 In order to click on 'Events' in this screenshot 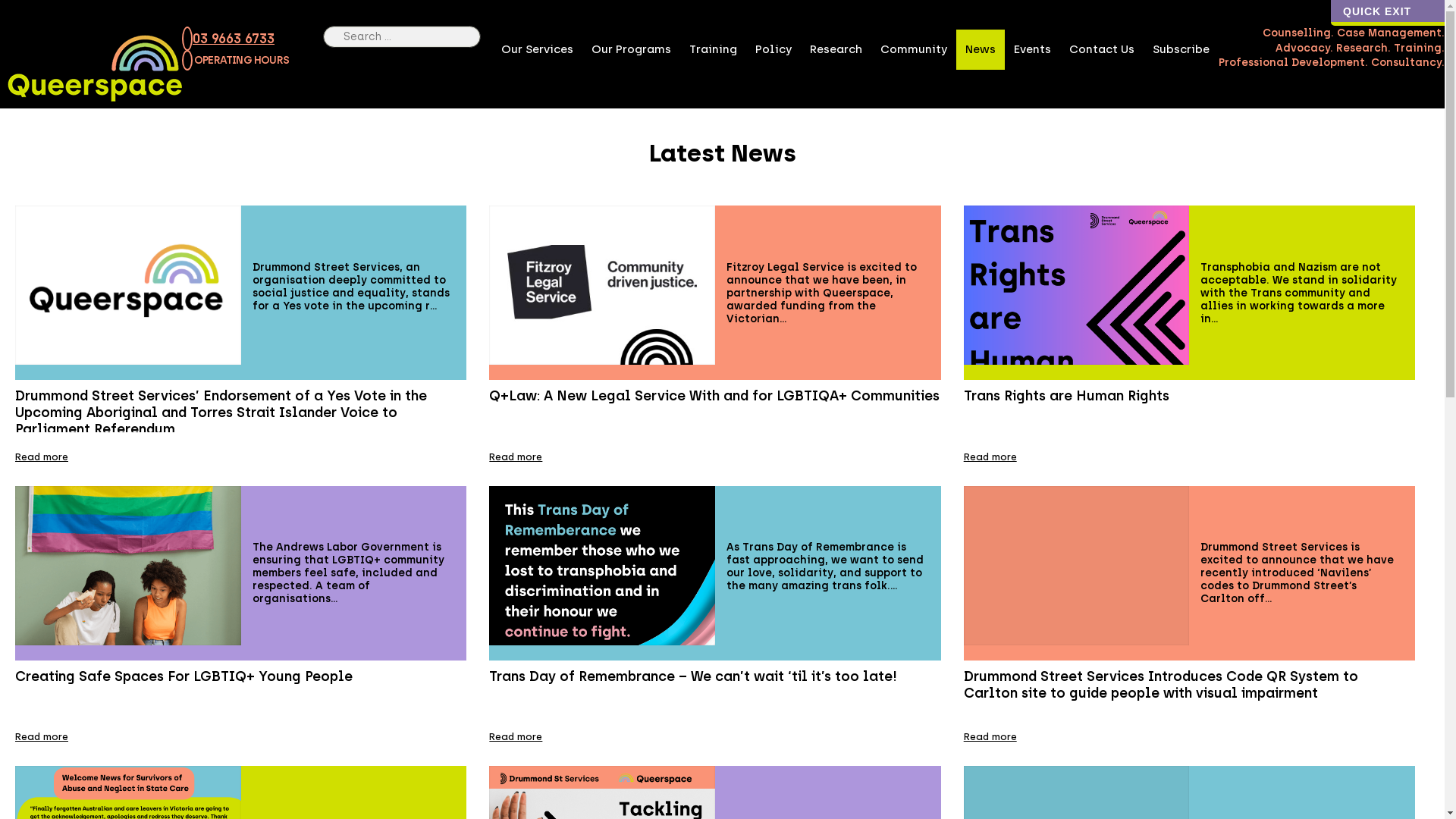, I will do `click(1031, 49)`.